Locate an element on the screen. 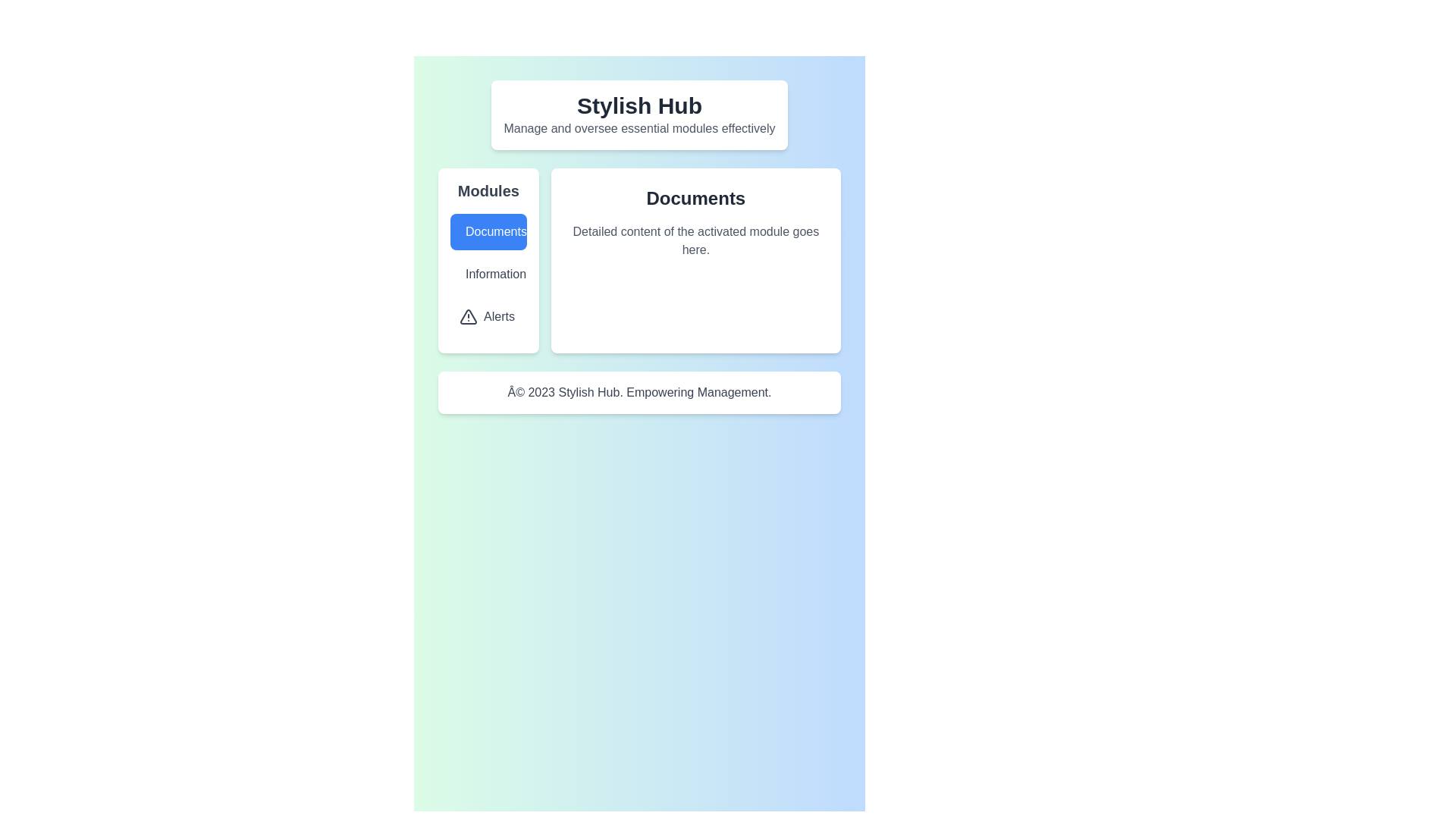 This screenshot has width=1456, height=819. the 'Information' label located below the 'Documents' label in the 'Modules' section is located at coordinates (488, 275).